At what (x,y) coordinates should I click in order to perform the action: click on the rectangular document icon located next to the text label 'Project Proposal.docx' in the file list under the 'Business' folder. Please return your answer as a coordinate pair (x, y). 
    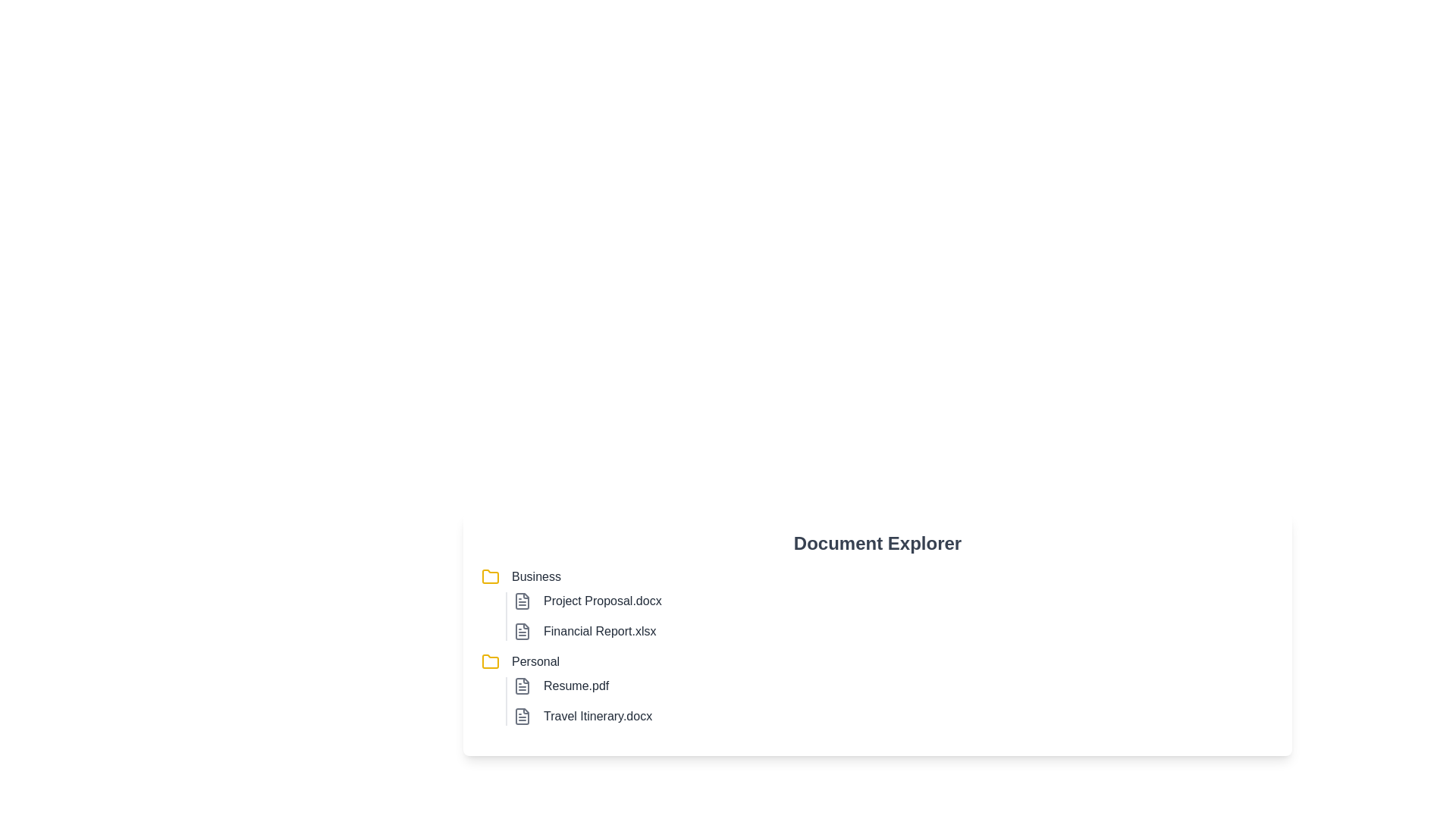
    Looking at the image, I should click on (522, 601).